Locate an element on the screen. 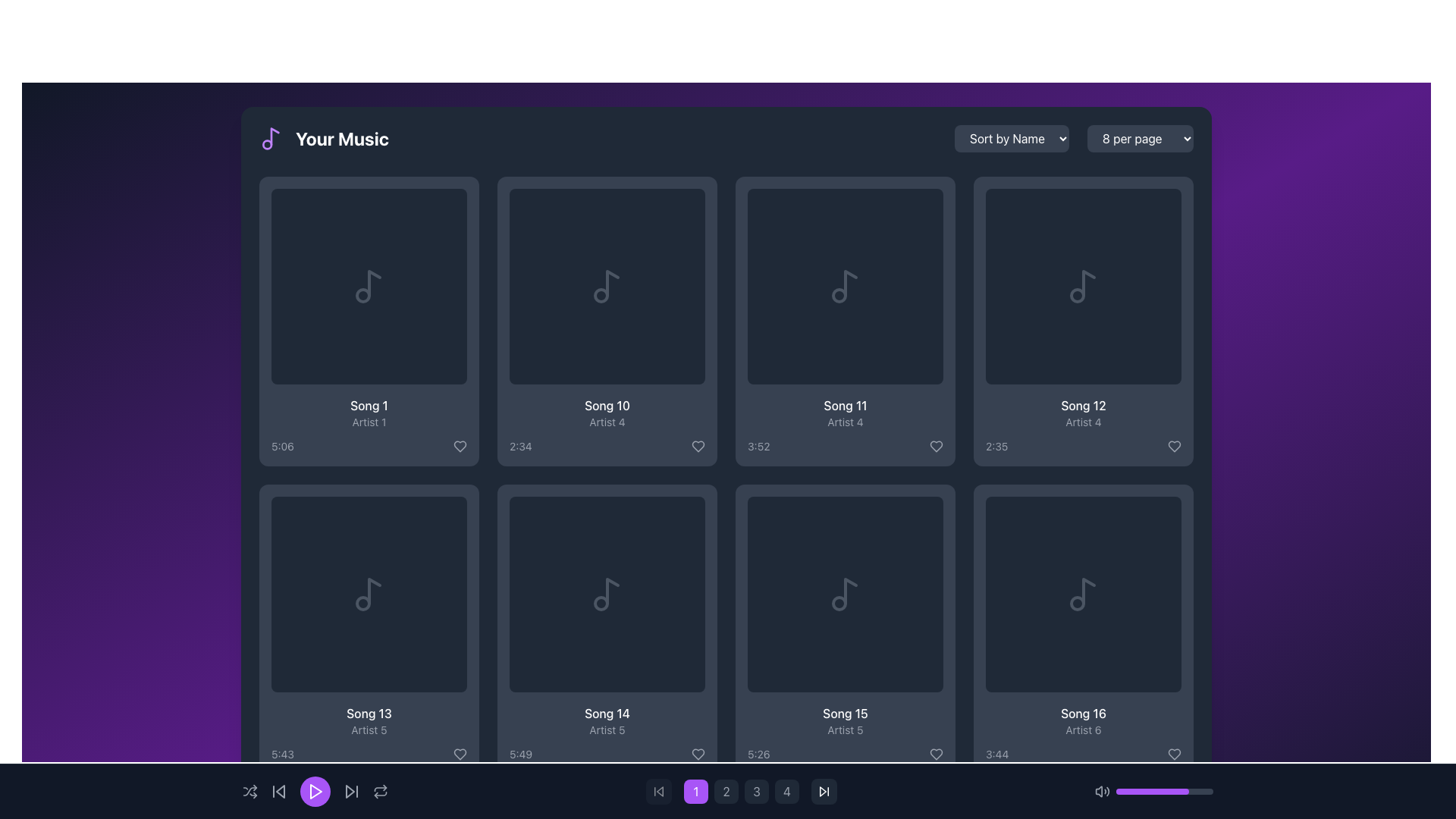 This screenshot has height=819, width=1456. the circular button with a purple background containing a white play icon is located at coordinates (1083, 593).